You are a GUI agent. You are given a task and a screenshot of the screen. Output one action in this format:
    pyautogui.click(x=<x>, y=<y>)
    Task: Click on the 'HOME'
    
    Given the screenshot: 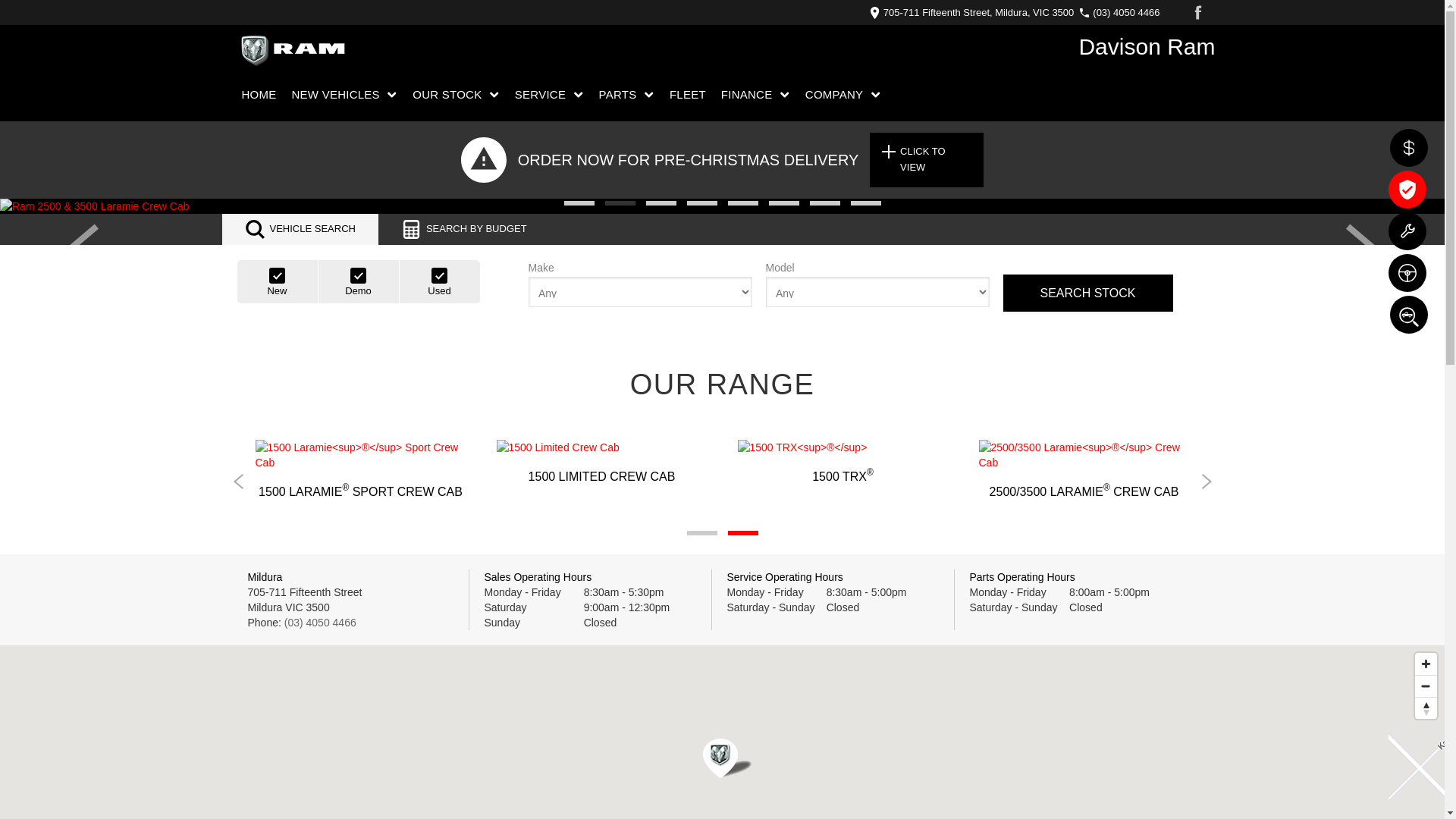 What is the action you would take?
    pyautogui.click(x=262, y=94)
    